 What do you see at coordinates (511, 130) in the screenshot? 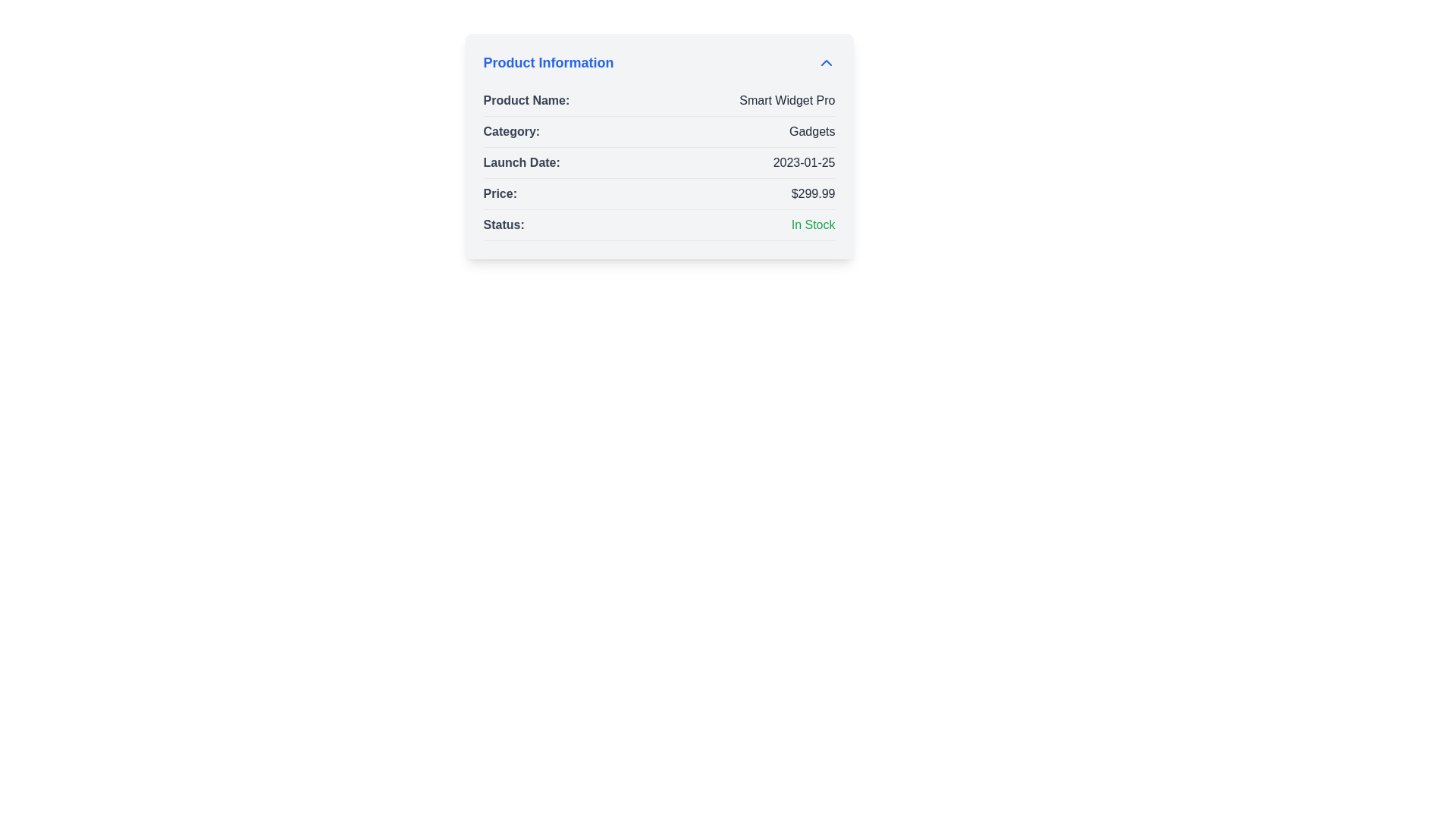
I see `the text label 'Category:' which is bold and gray, located in the 'Product Information' section before the value 'Gadgets'` at bounding box center [511, 130].